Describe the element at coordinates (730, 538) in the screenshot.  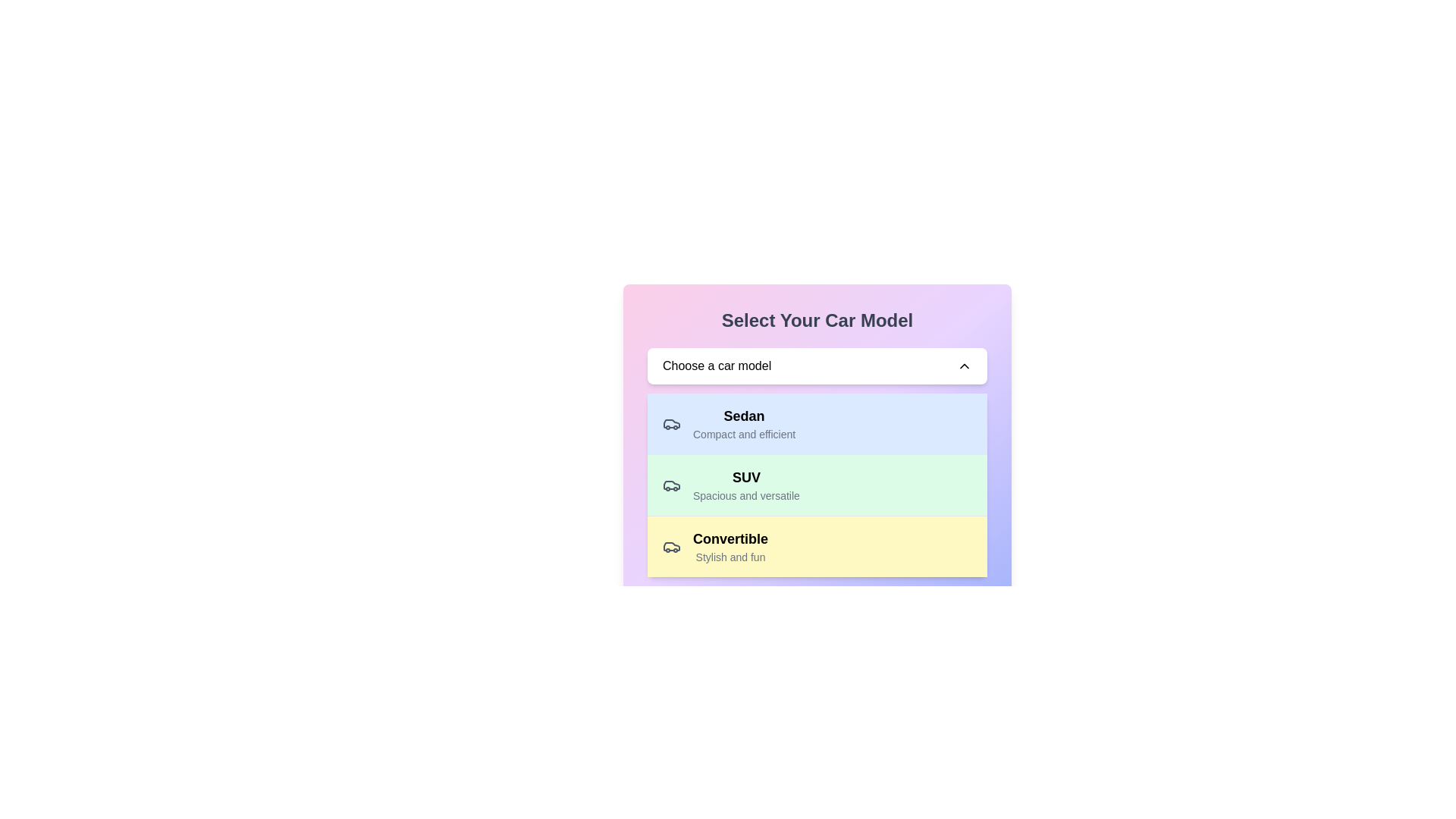
I see `the text label for the 'Convertible' car type, which is located in the yellow section at the bottom of the car types list, above the subtext 'Stylish and fun'` at that location.